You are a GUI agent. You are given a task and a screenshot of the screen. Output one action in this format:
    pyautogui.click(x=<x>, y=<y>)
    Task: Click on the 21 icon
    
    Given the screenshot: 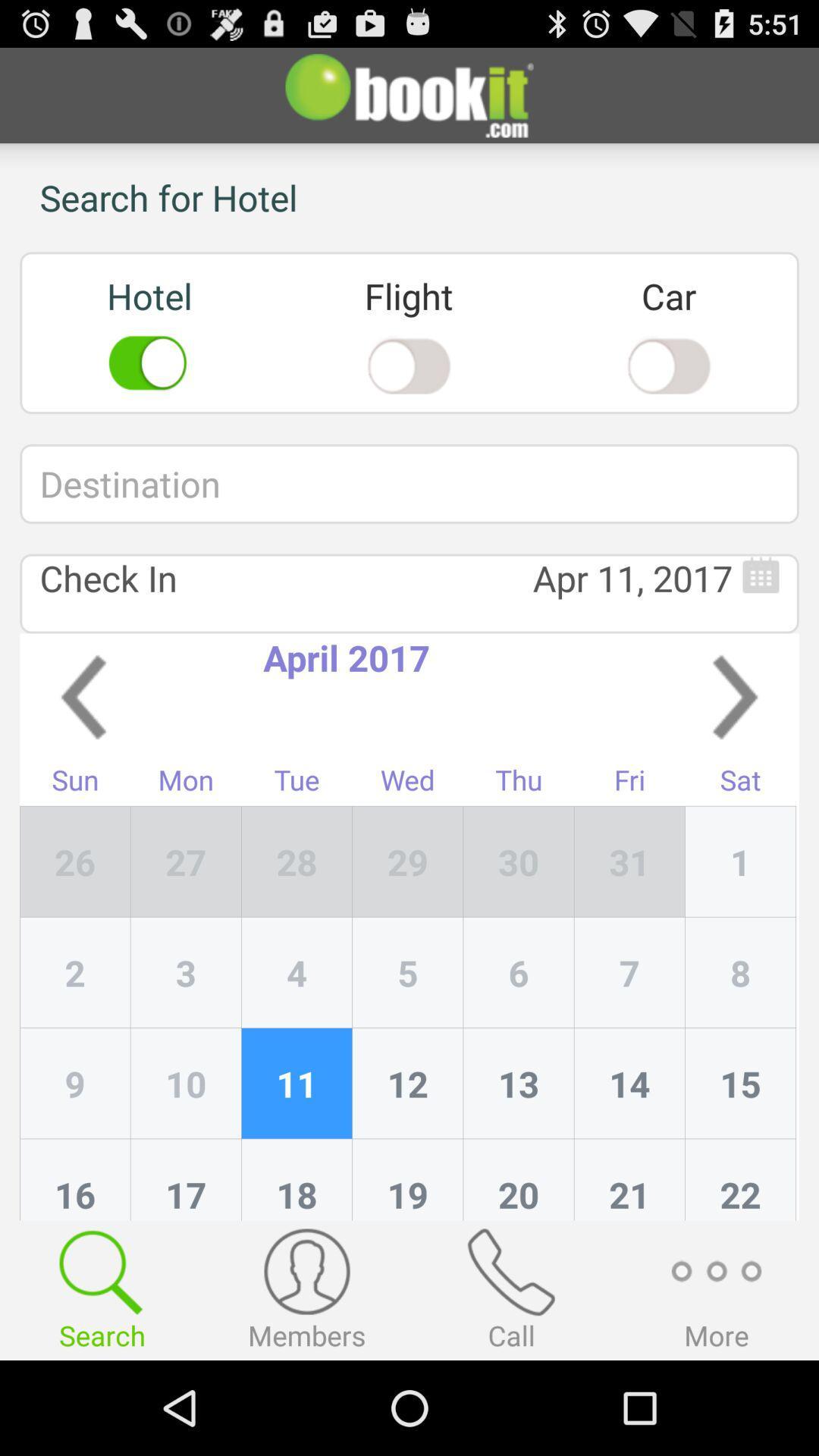 What is the action you would take?
    pyautogui.click(x=629, y=1178)
    